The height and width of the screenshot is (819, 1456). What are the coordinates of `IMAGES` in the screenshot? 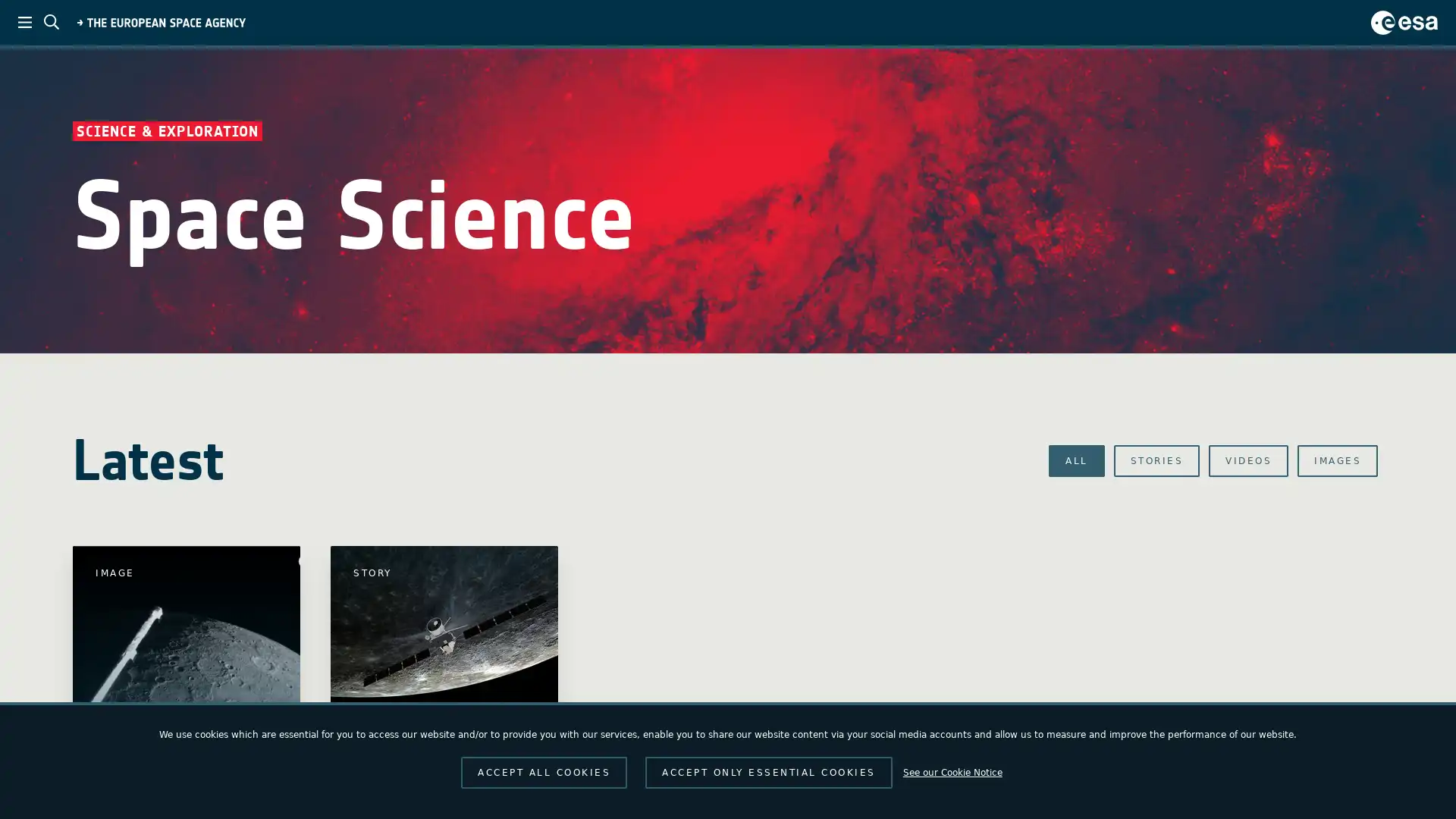 It's located at (1337, 459).